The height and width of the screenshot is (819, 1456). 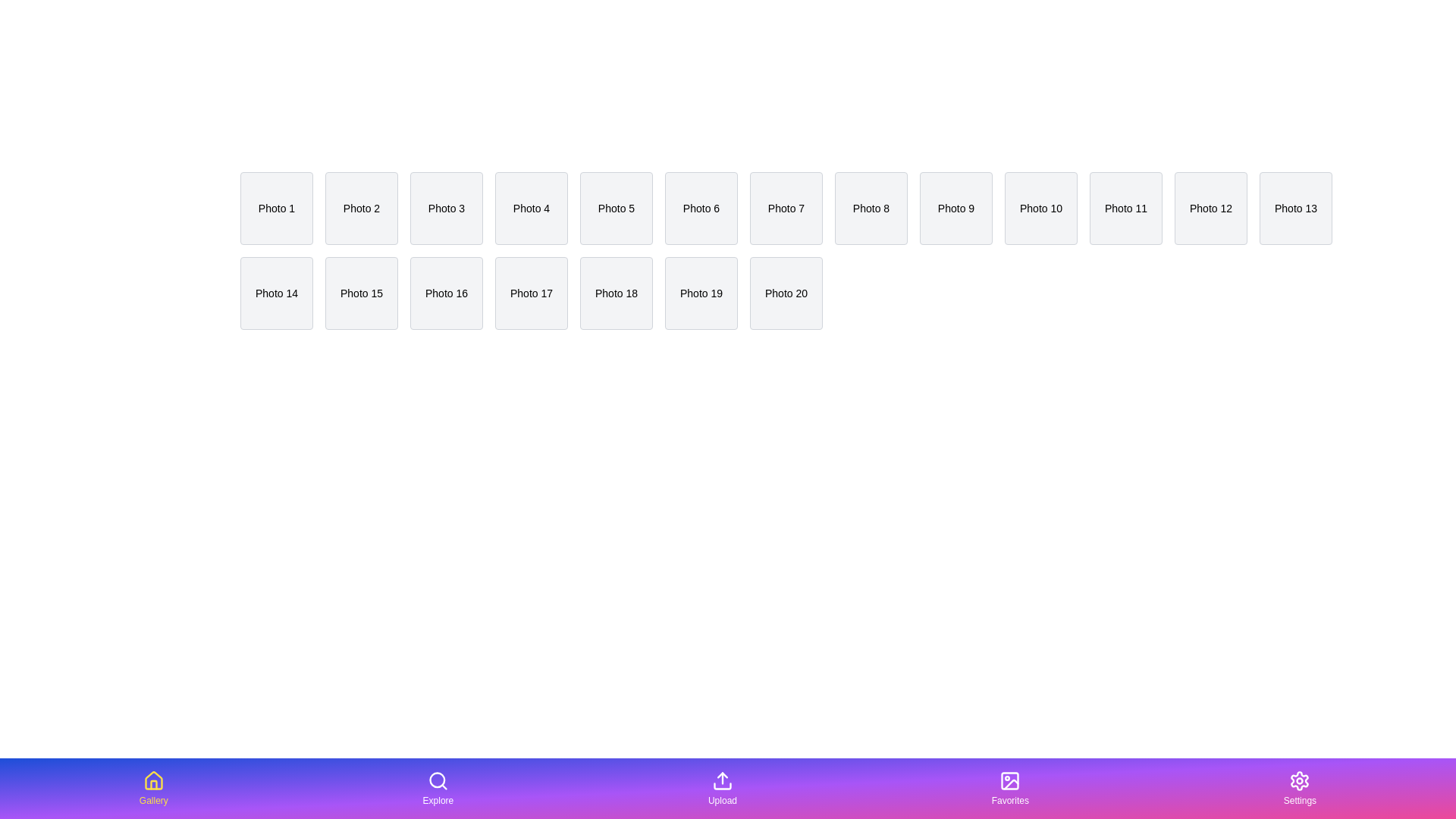 I want to click on the tab labeled Explore in the bottom navigation bar, so click(x=437, y=788).